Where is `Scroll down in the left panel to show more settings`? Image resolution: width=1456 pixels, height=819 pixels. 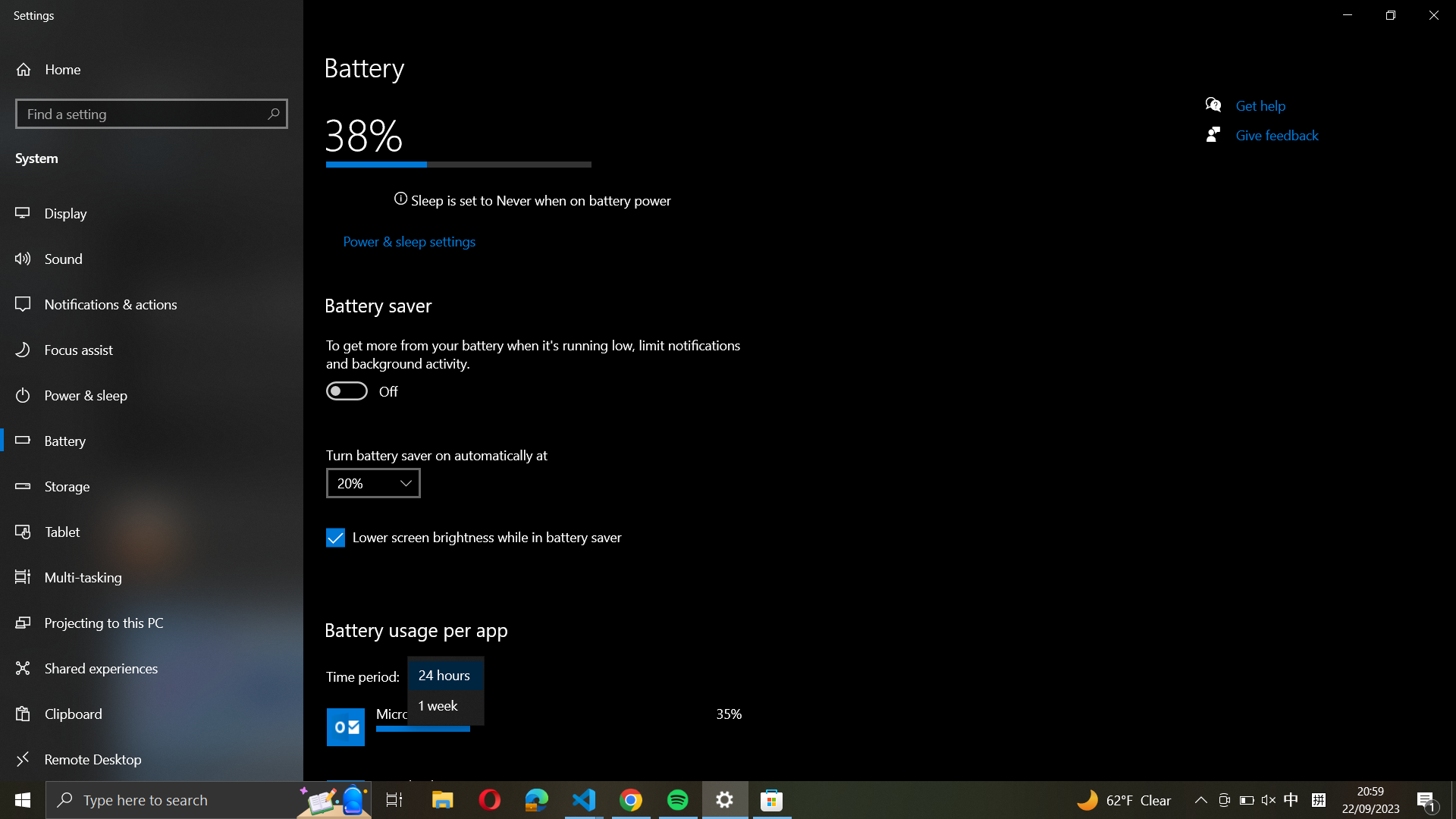
Scroll down in the left panel to show more settings is located at coordinates (295568, 821047).